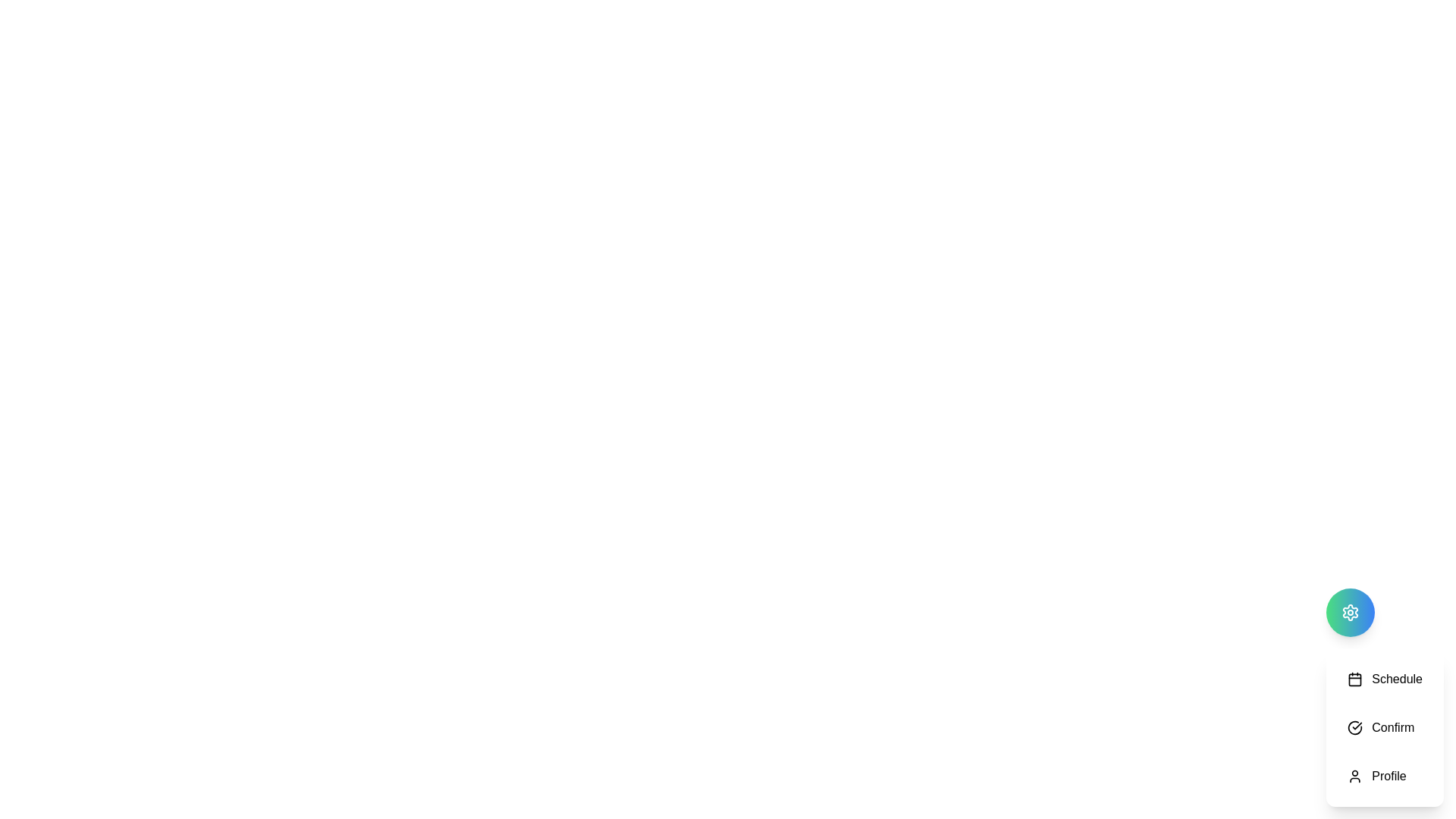 This screenshot has height=819, width=1456. I want to click on the Schedule button in the SchedulerTool, so click(1385, 678).